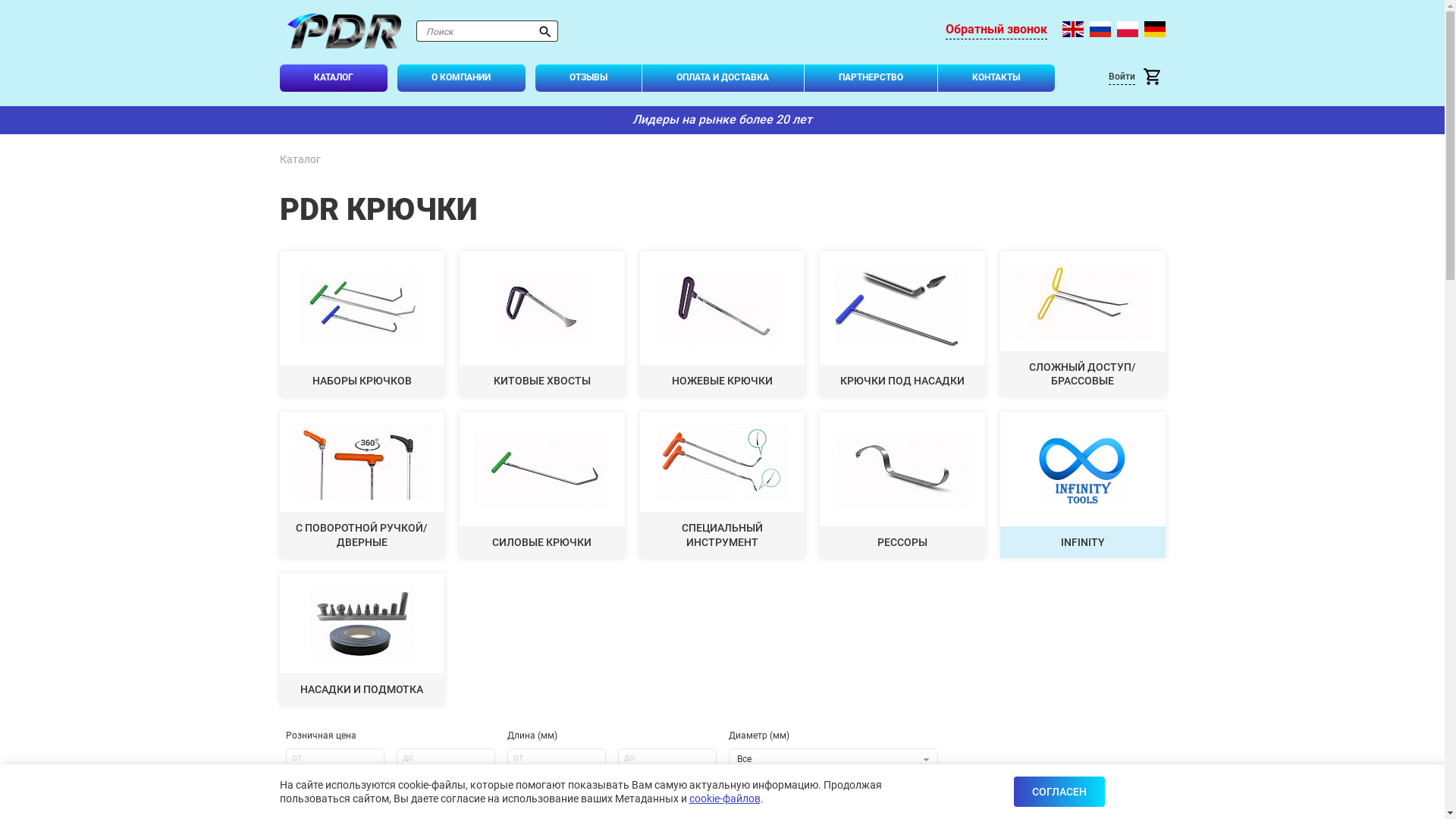 This screenshot has width=1456, height=819. Describe the element at coordinates (1082, 485) in the screenshot. I see `'INFINITY'` at that location.